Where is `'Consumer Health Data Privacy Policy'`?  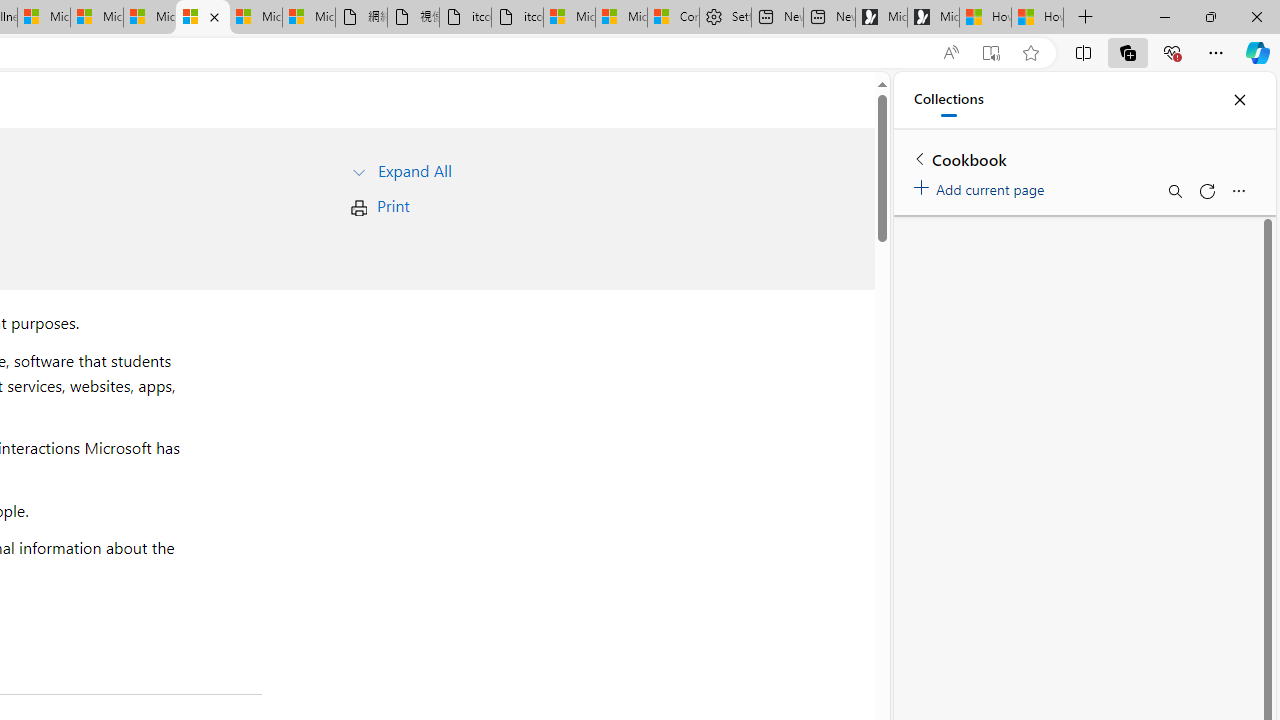 'Consumer Health Data Privacy Policy' is located at coordinates (673, 17).